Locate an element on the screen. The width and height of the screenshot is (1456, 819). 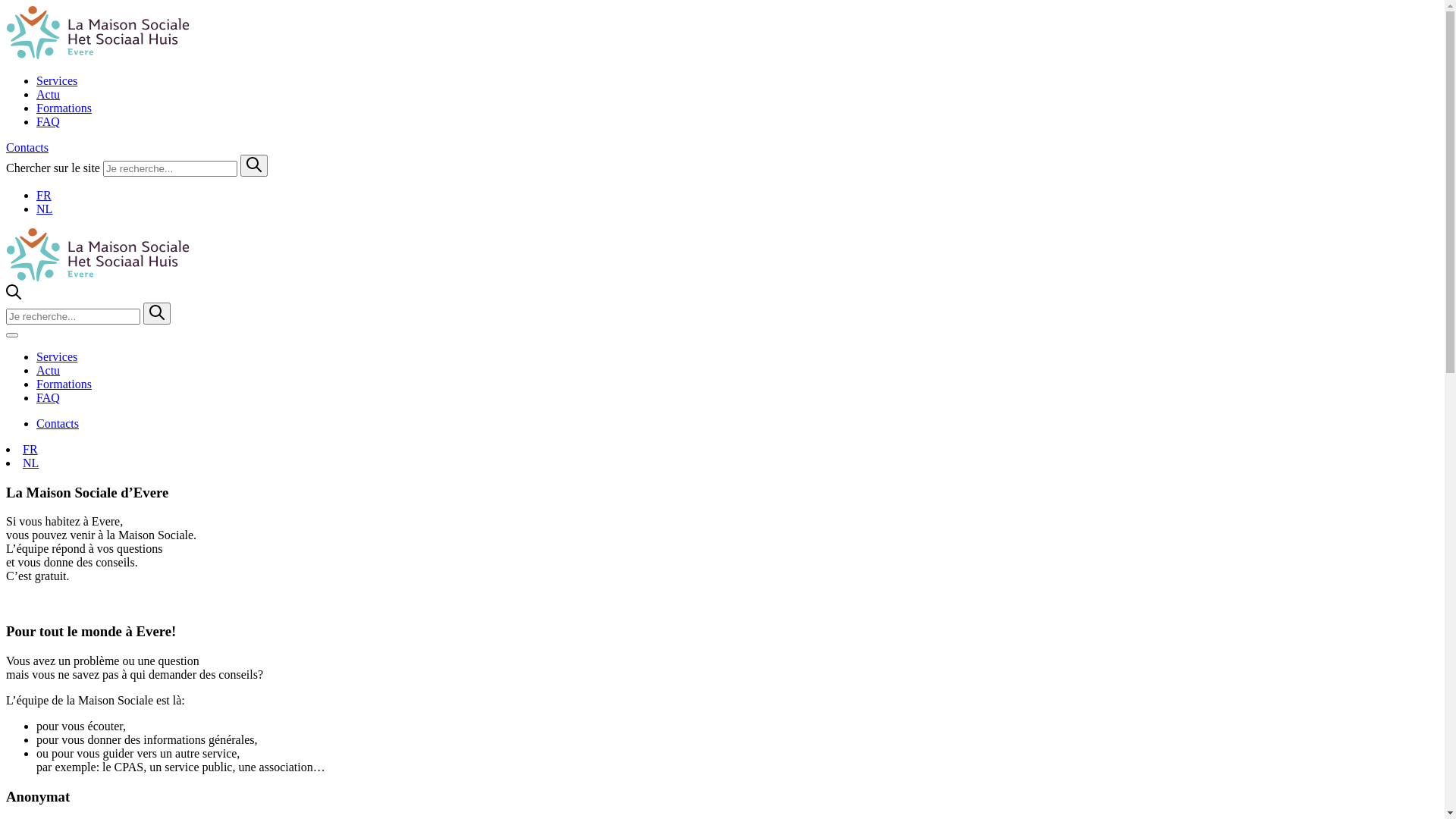
'Formations' is located at coordinates (63, 107).